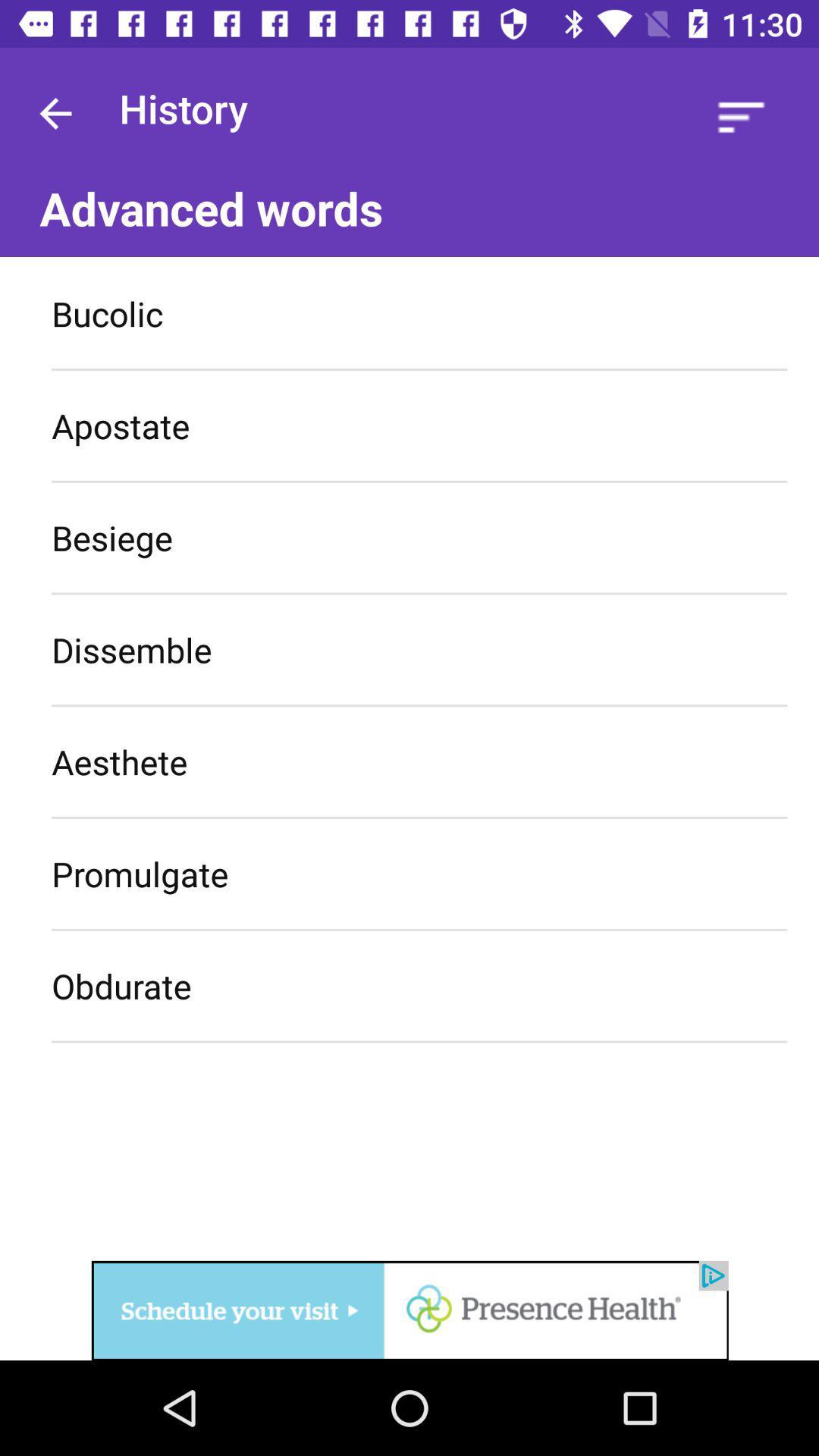  I want to click on menu, so click(740, 116).